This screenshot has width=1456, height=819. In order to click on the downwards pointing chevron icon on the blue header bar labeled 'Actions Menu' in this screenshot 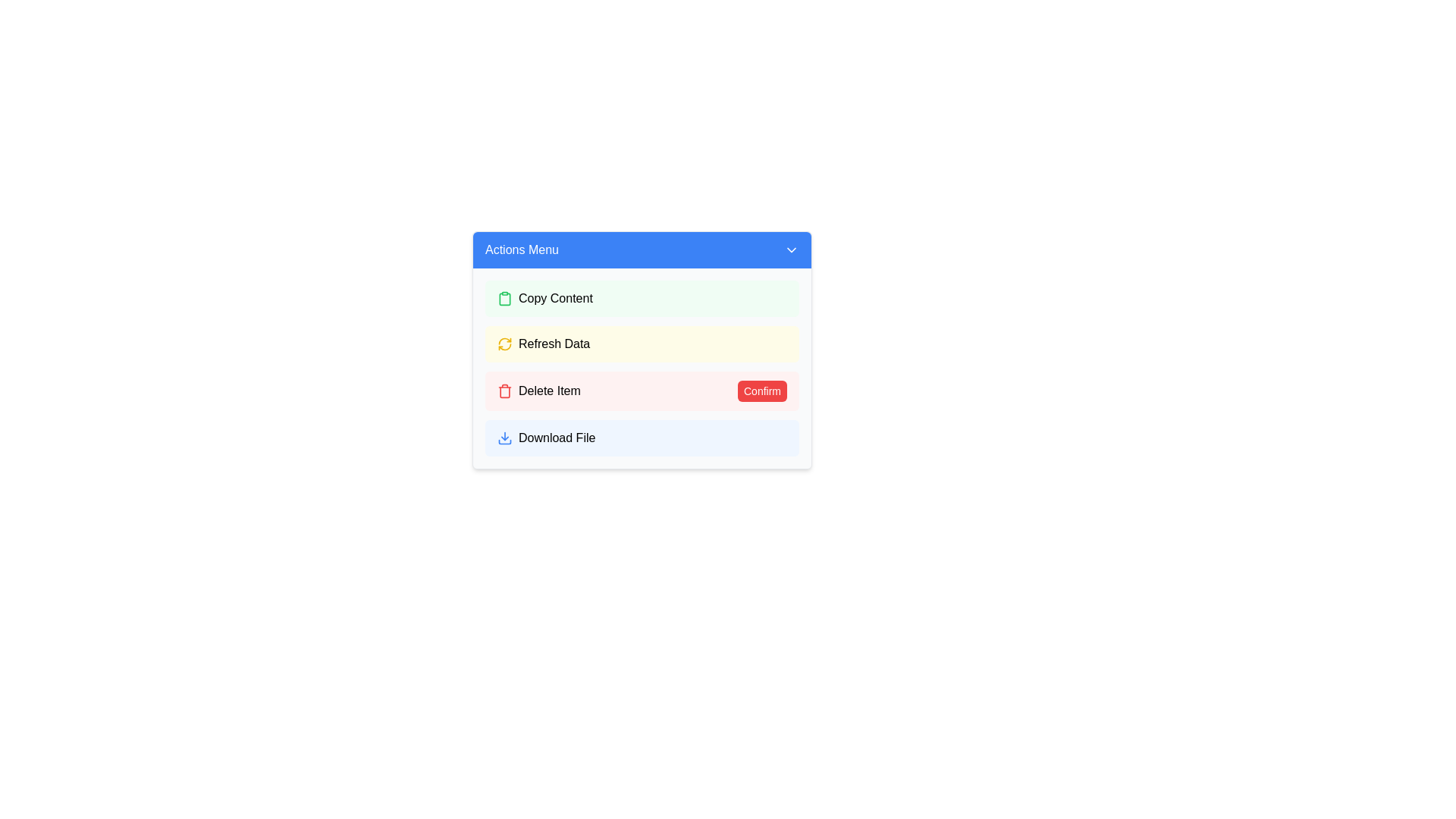, I will do `click(790, 249)`.